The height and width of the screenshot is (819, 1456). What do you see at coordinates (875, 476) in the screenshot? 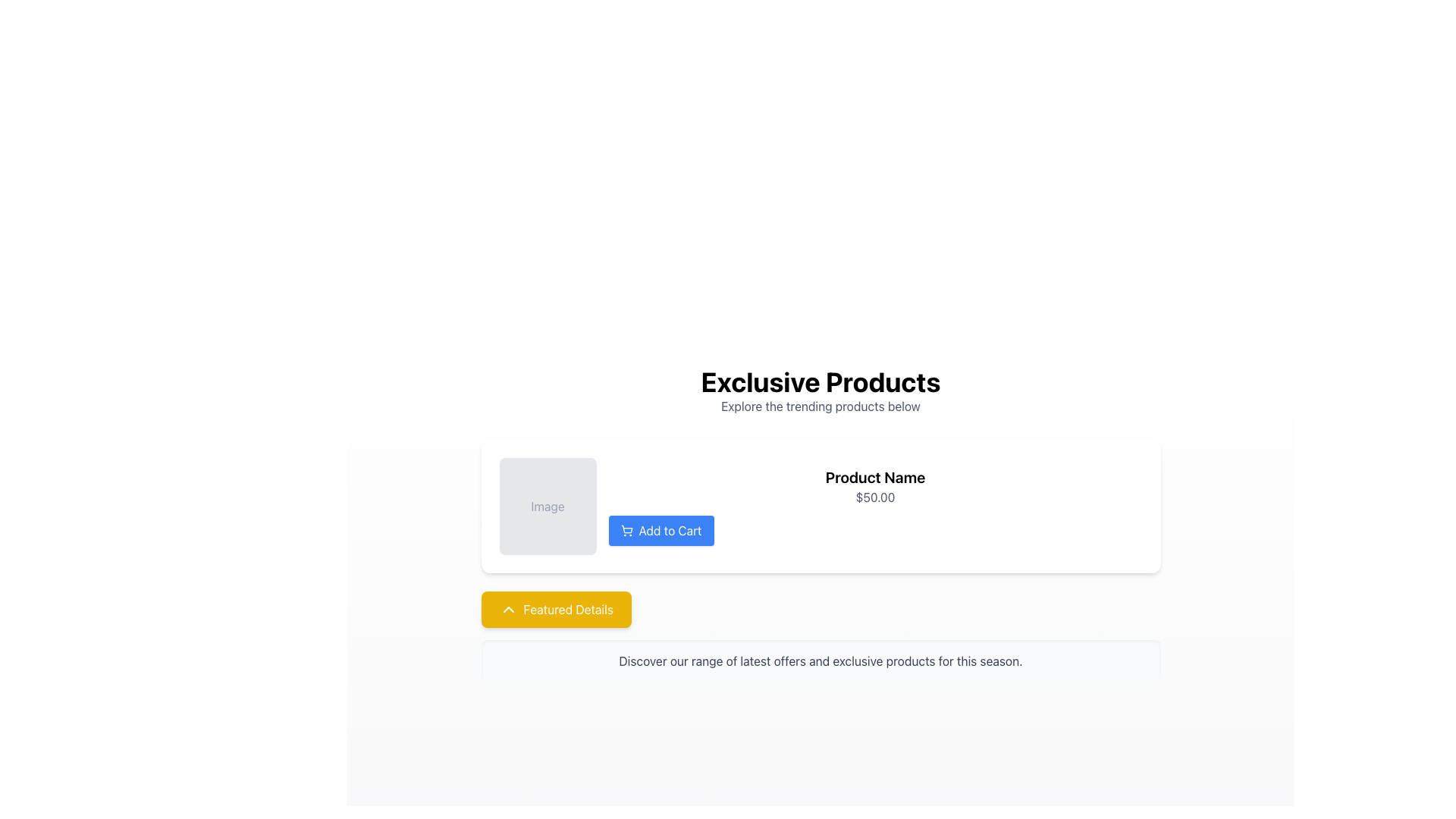
I see `the product name text label to copy it, which is prominently displayed above the price and 'Add to Cart' button, located at the center of the card` at bounding box center [875, 476].